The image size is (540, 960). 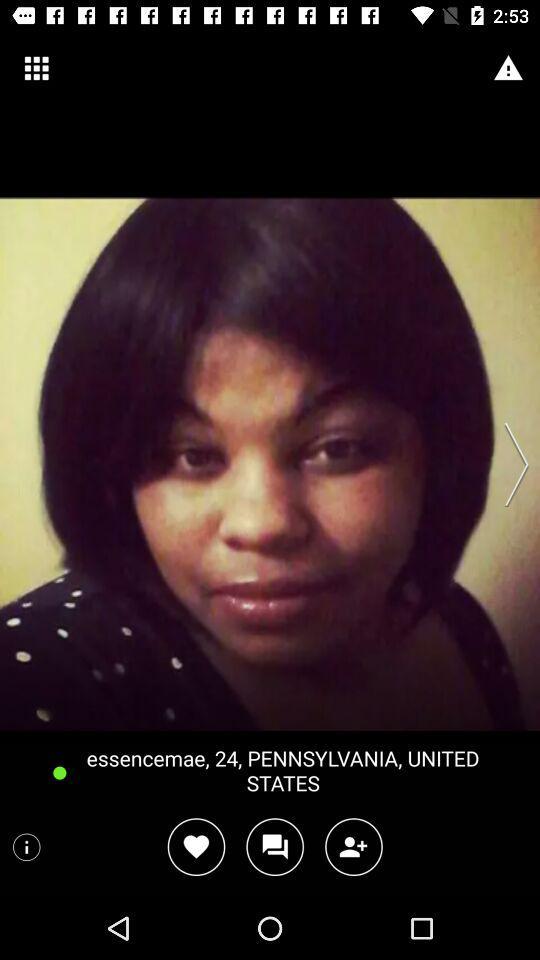 What do you see at coordinates (510, 464) in the screenshot?
I see `next photo` at bounding box center [510, 464].